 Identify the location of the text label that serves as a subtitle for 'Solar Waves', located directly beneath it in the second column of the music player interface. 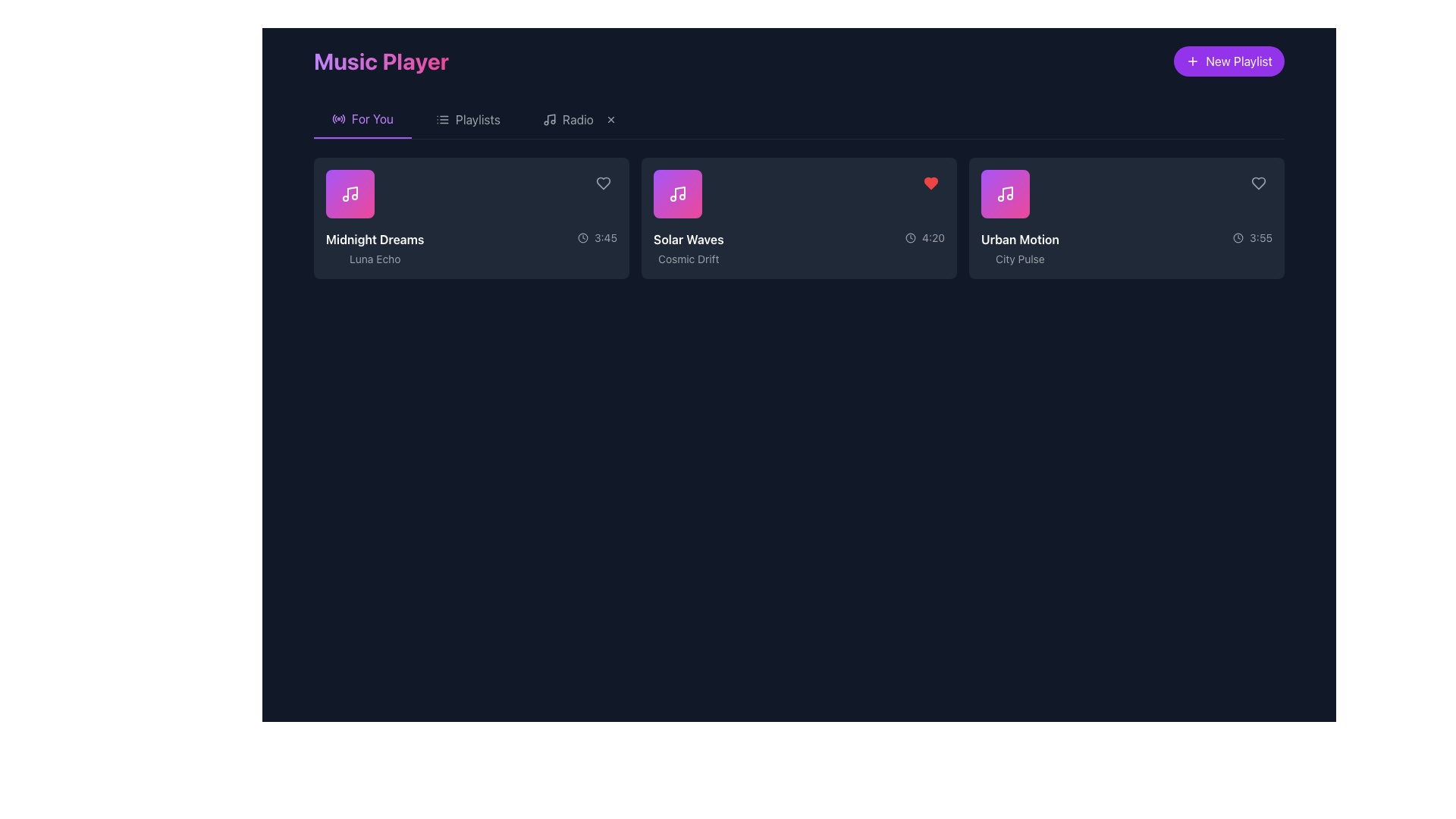
(688, 259).